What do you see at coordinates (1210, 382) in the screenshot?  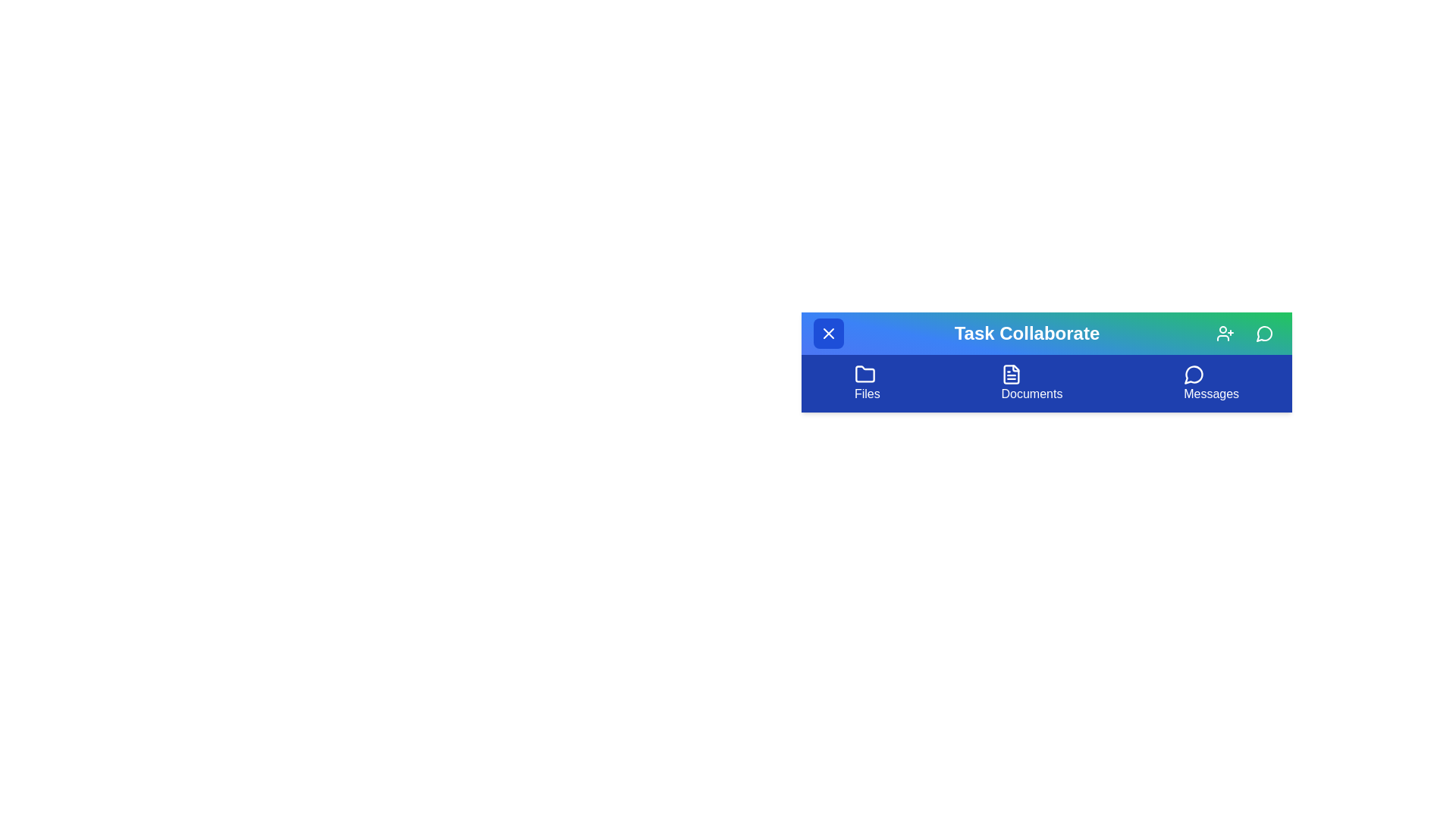 I see `the 'Messages' menu item in the navigation bar` at bounding box center [1210, 382].